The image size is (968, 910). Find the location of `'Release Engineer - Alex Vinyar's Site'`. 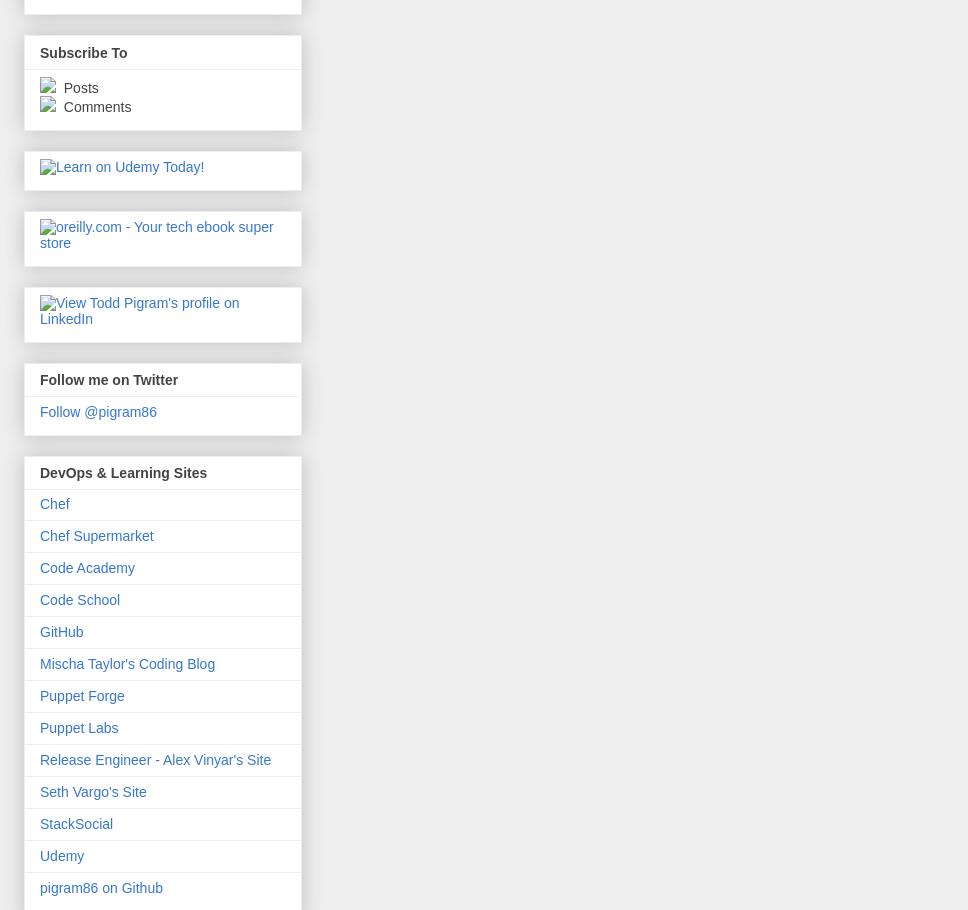

'Release Engineer - Alex Vinyar's Site' is located at coordinates (154, 760).